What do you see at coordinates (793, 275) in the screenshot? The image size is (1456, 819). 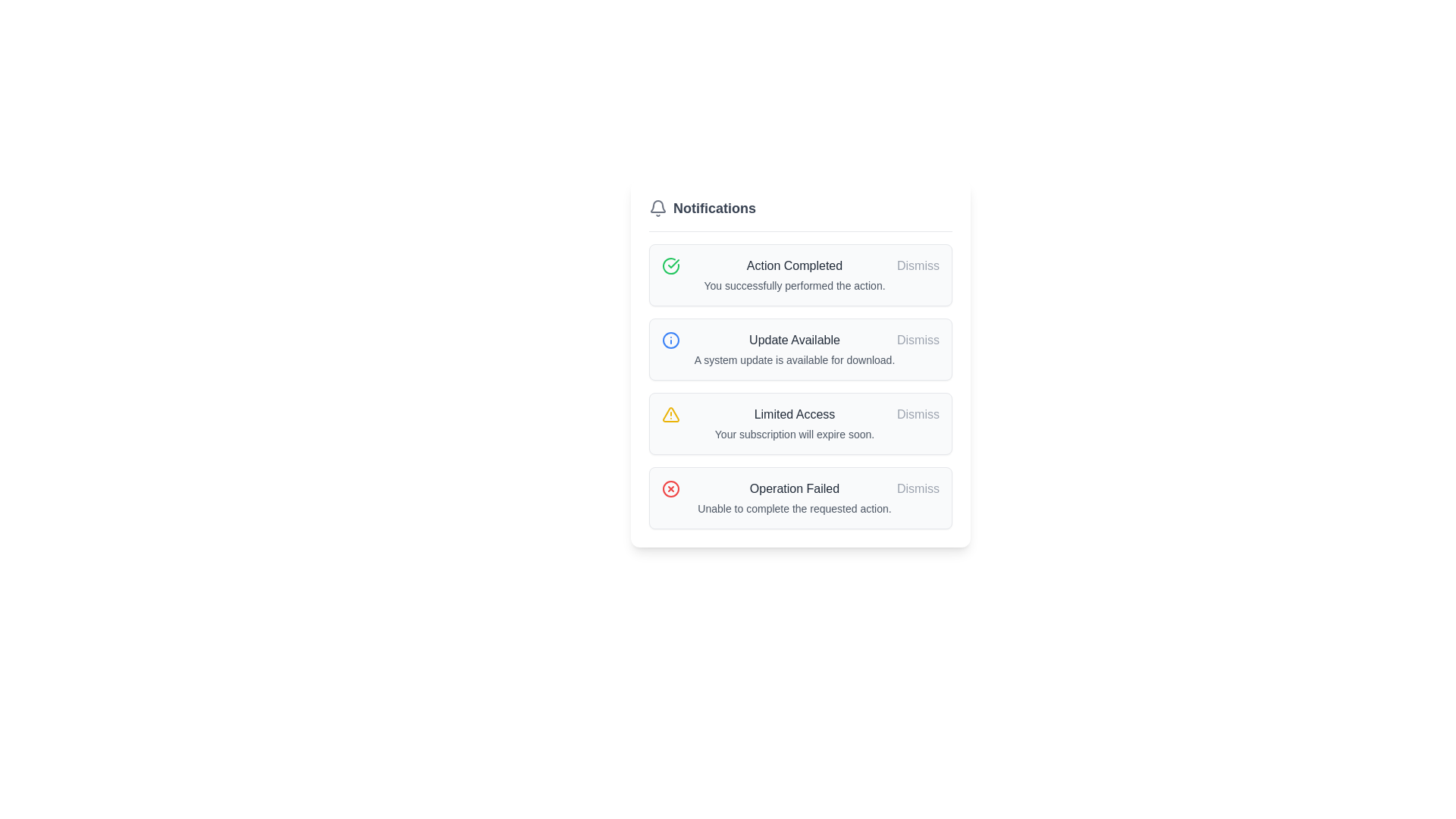 I see `the success message display field located below the green checkmark icon and to the left of the 'Dismiss' button in the first notification entry` at bounding box center [793, 275].